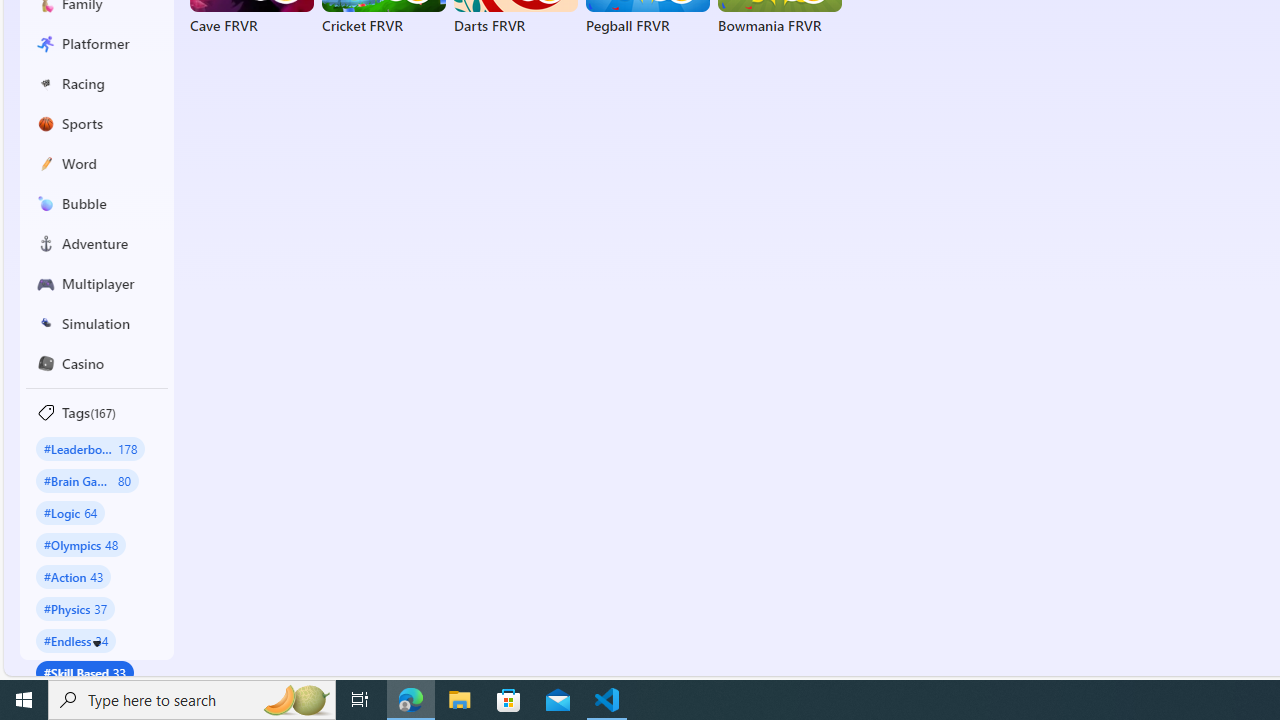 This screenshot has height=720, width=1280. Describe the element at coordinates (84, 672) in the screenshot. I see `'#Skill Based 33'` at that location.